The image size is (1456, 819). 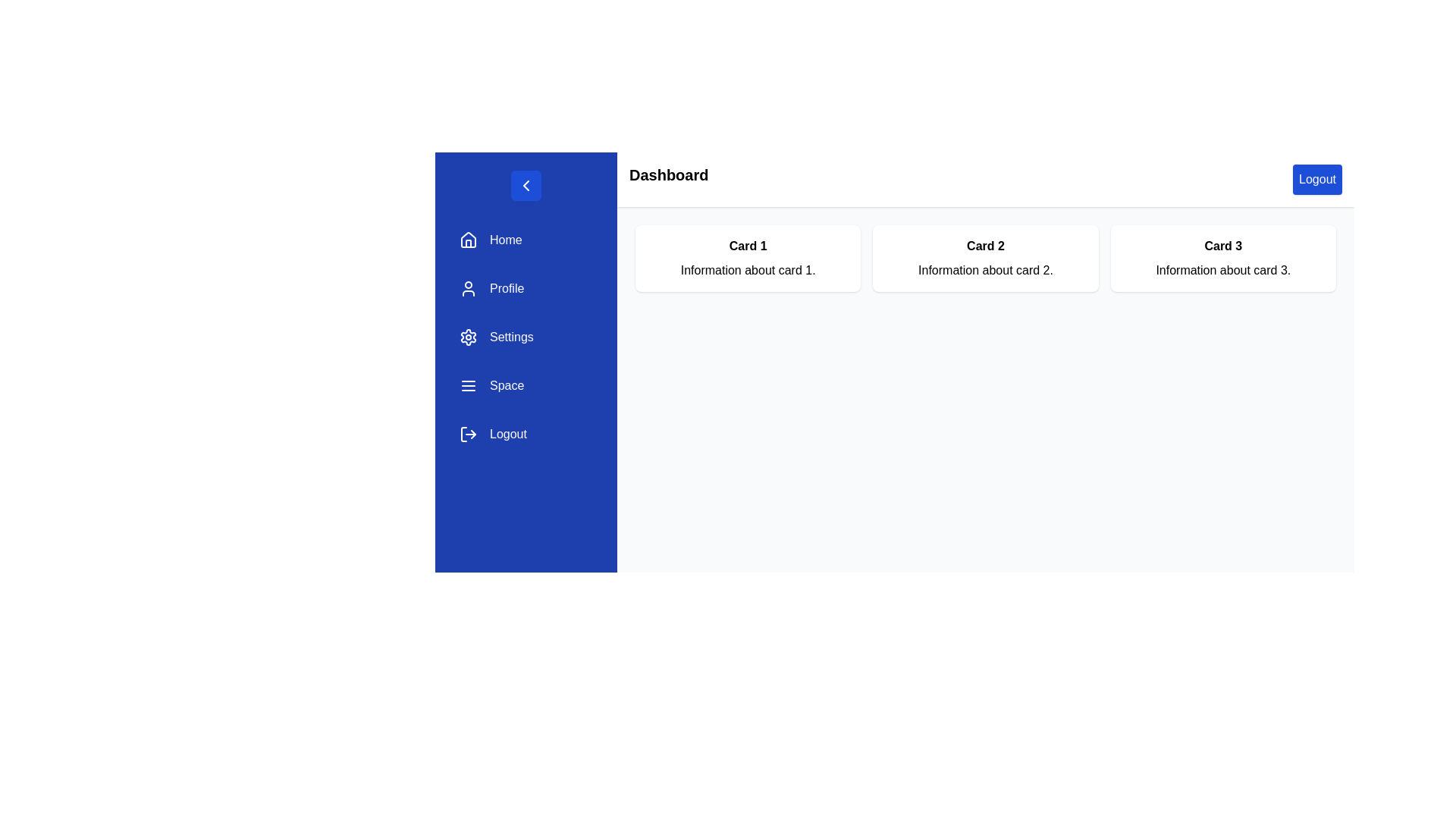 I want to click on the Static information card titled 'Card 3', which is a white rectangular card with rounded corners, positioned in the third column of the grid layout, so click(x=1223, y=257).